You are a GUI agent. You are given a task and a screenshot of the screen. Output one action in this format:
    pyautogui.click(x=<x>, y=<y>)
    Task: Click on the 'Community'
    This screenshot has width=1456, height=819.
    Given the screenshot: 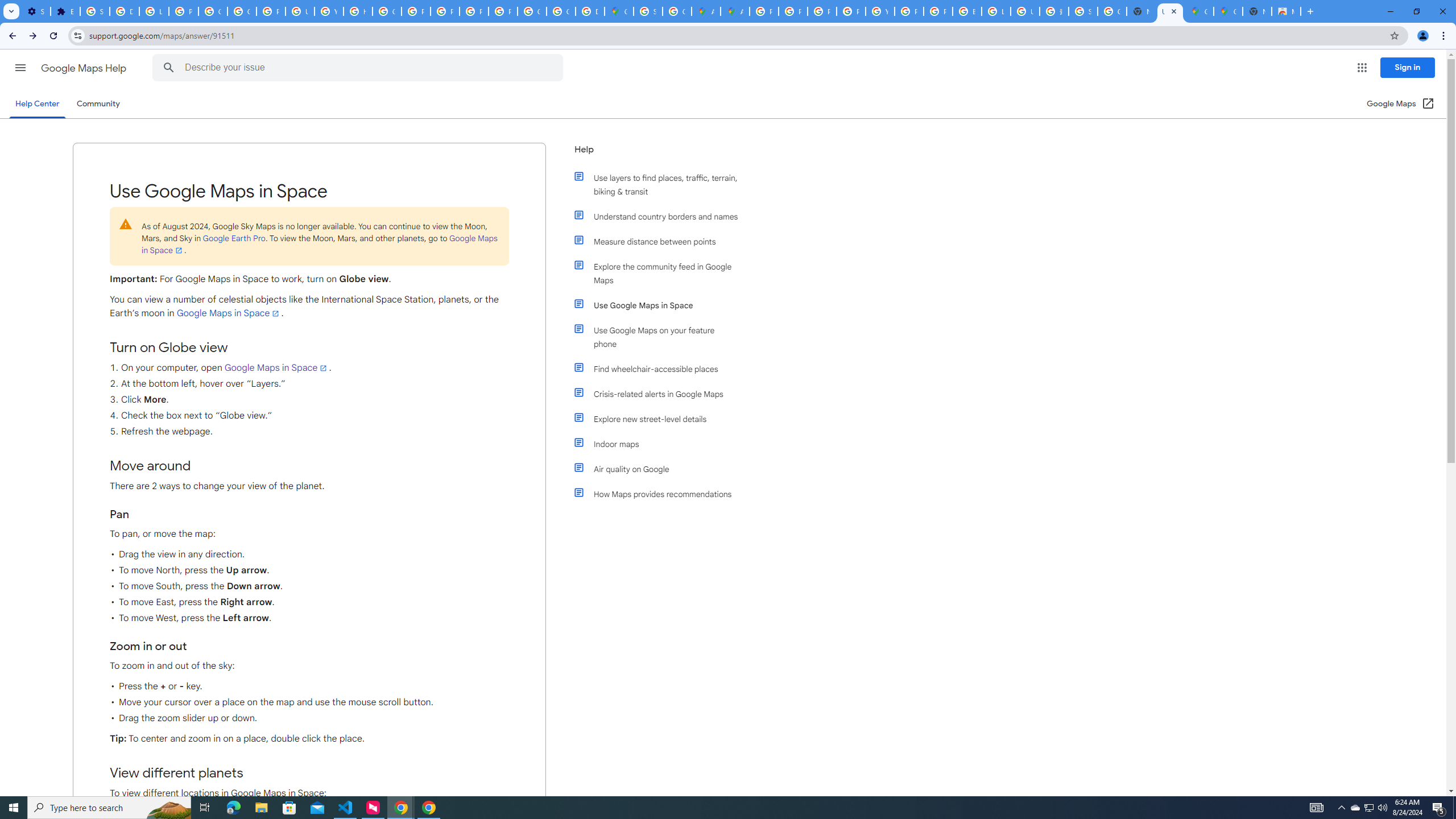 What is the action you would take?
    pyautogui.click(x=97, y=103)
    